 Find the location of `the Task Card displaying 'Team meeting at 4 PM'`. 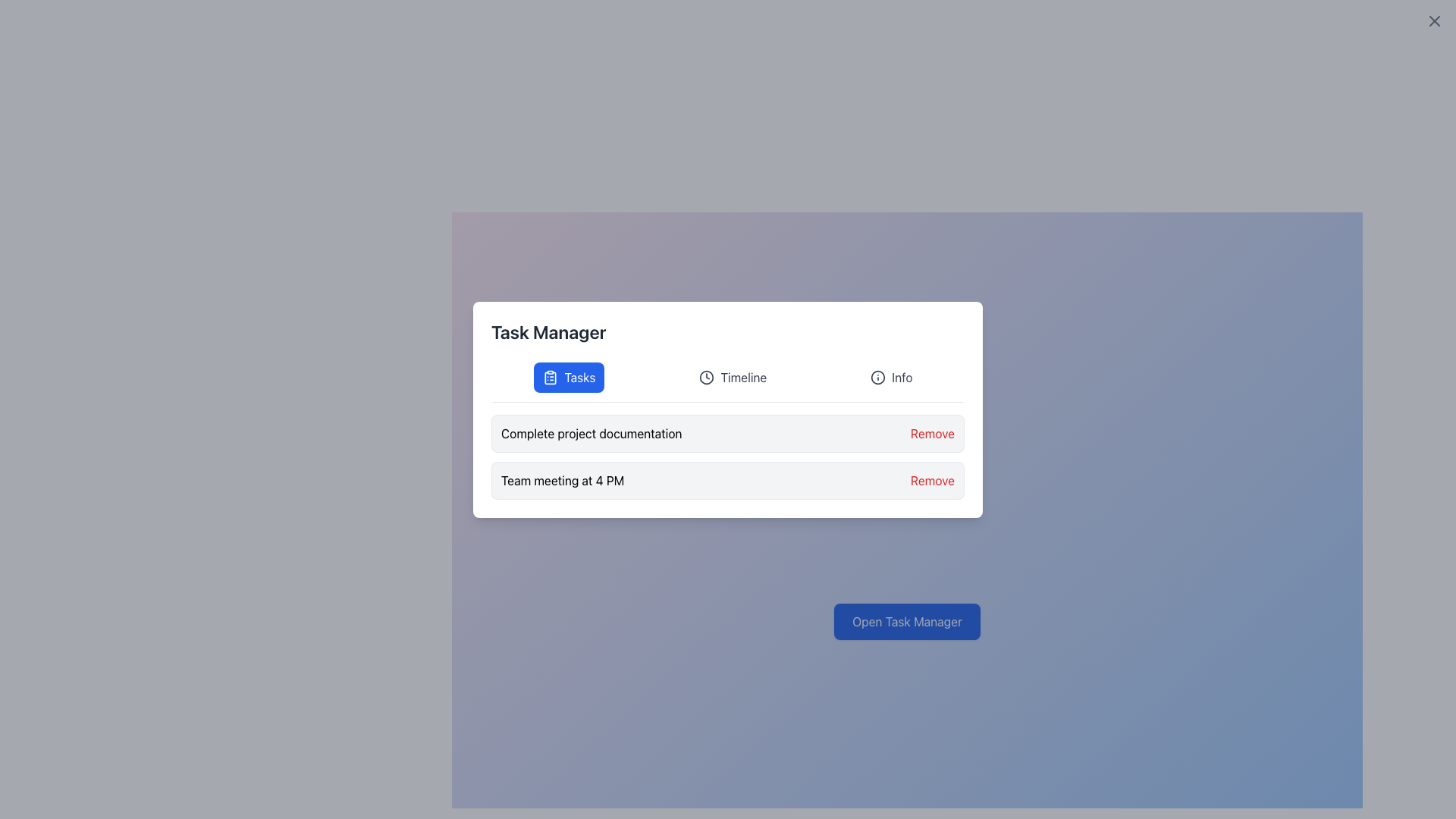

the Task Card displaying 'Team meeting at 4 PM' is located at coordinates (728, 480).